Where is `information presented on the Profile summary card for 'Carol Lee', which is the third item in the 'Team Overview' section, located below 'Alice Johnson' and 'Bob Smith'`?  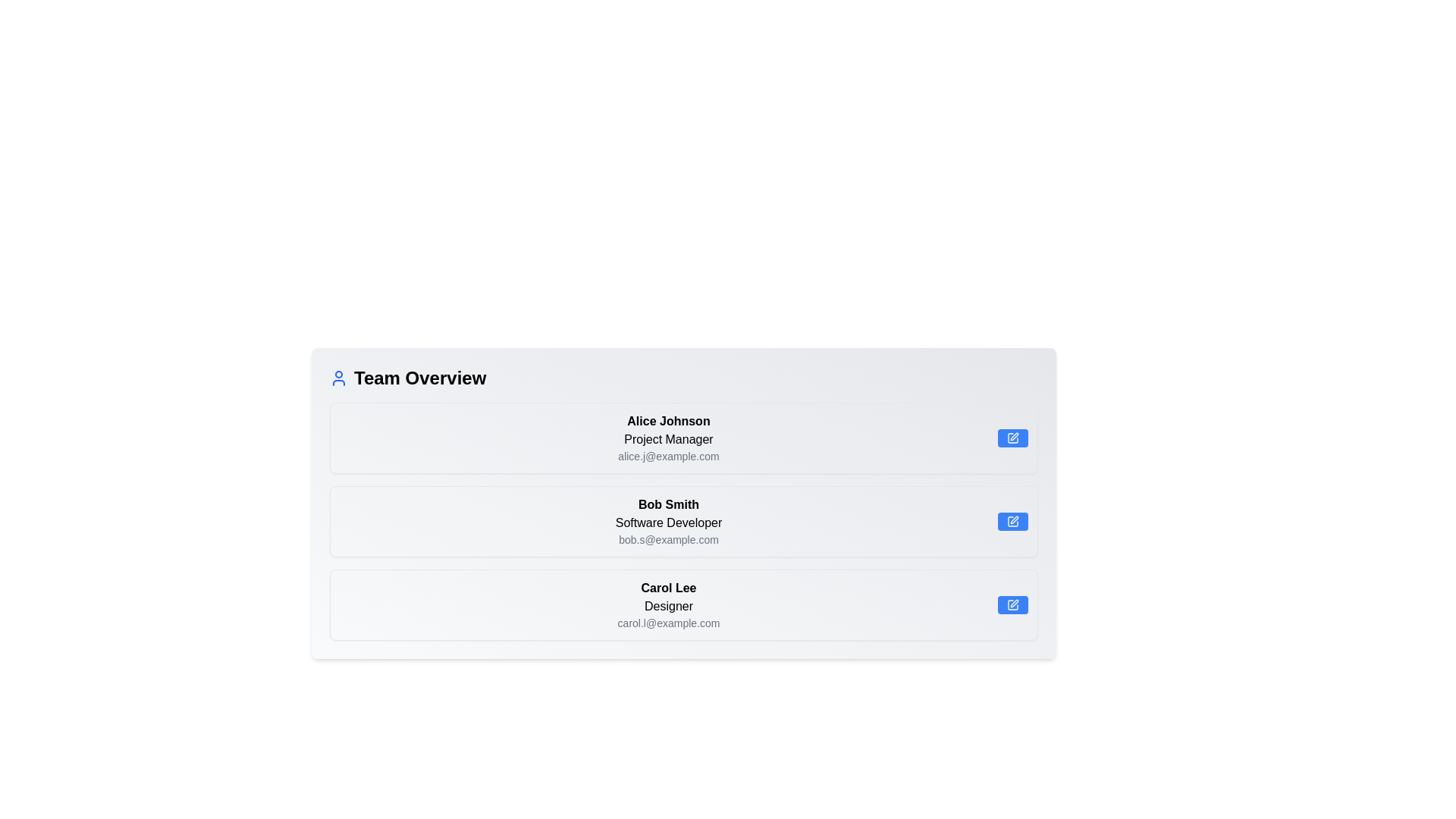
information presented on the Profile summary card for 'Carol Lee', which is the third item in the 'Team Overview' section, located below 'Alice Johnson' and 'Bob Smith' is located at coordinates (668, 604).